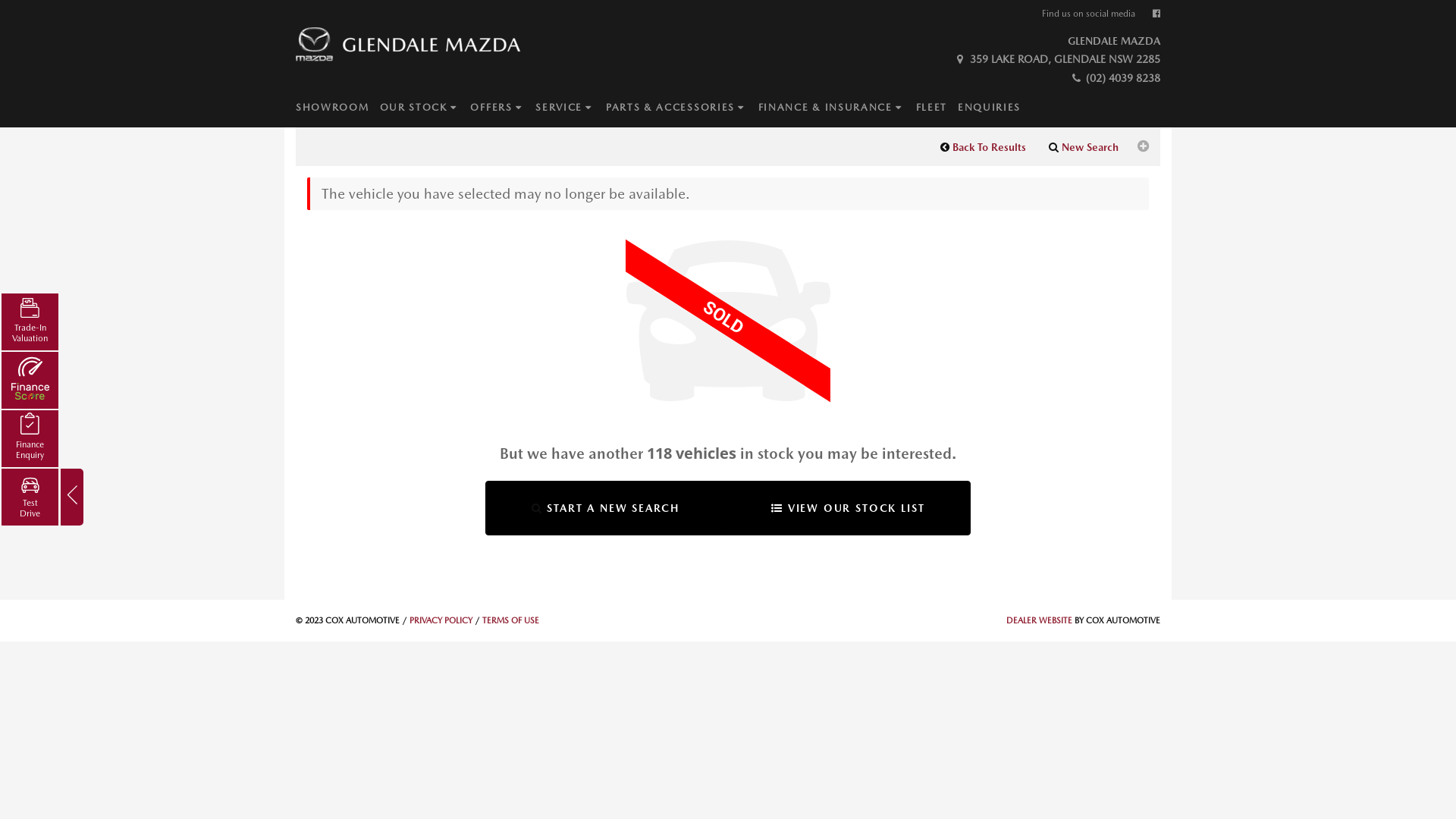 Image resolution: width=1456 pixels, height=819 pixels. What do you see at coordinates (1, 497) in the screenshot?
I see `'Test` at bounding box center [1, 497].